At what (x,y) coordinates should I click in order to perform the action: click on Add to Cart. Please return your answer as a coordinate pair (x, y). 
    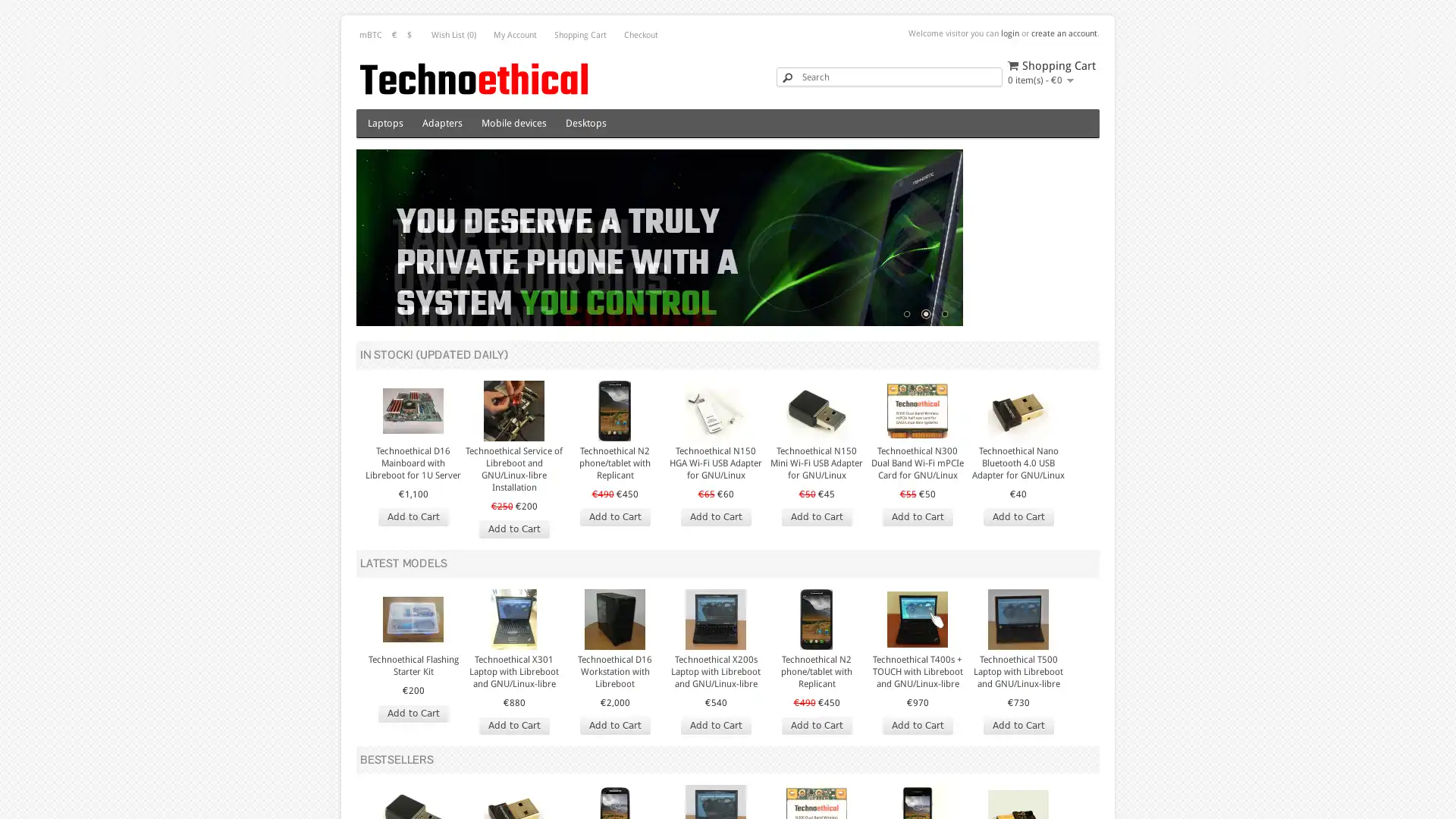
    Looking at the image, I should click on (916, 775).